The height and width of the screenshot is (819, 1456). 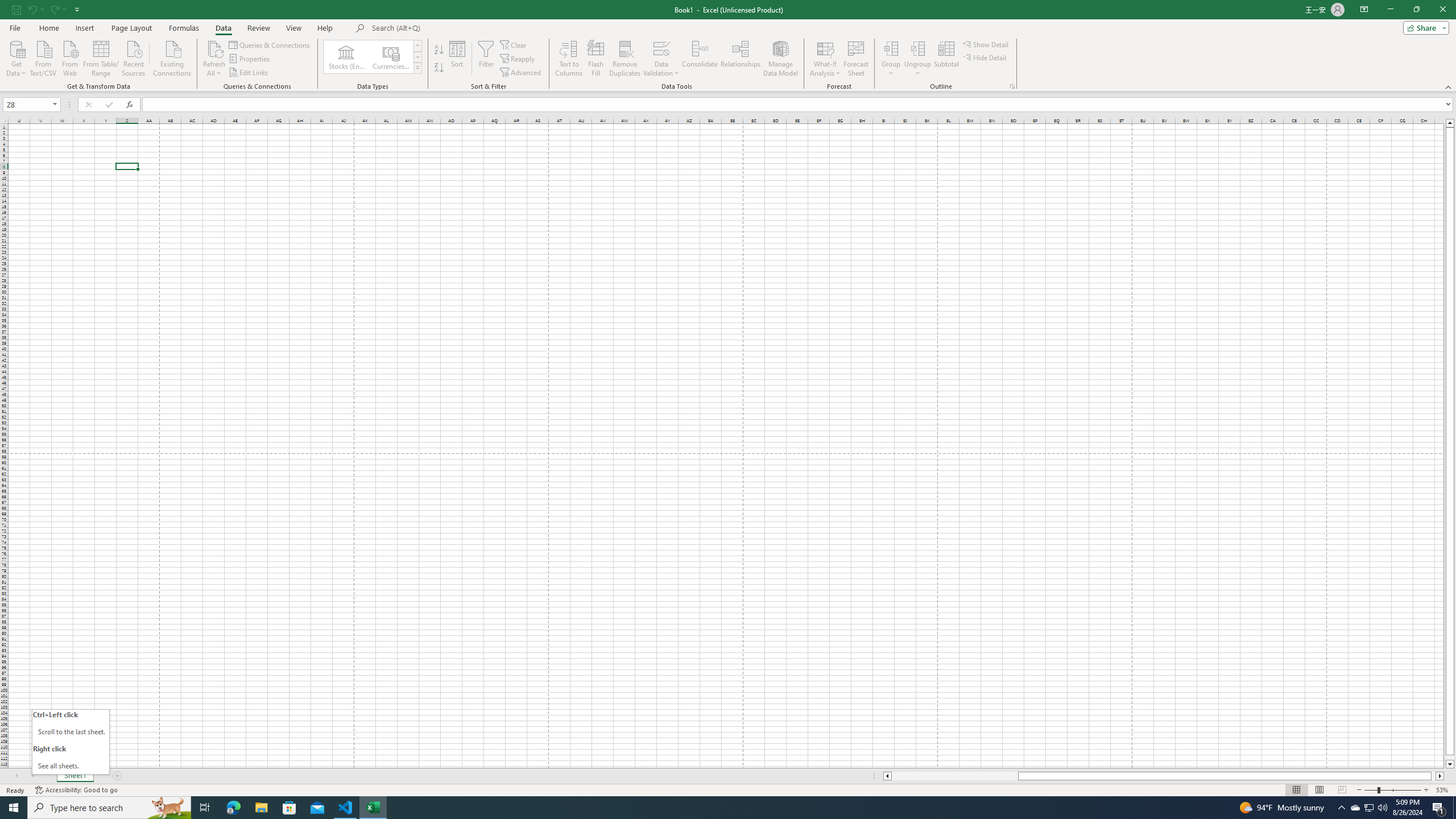 What do you see at coordinates (700, 59) in the screenshot?
I see `'Consolidate...'` at bounding box center [700, 59].